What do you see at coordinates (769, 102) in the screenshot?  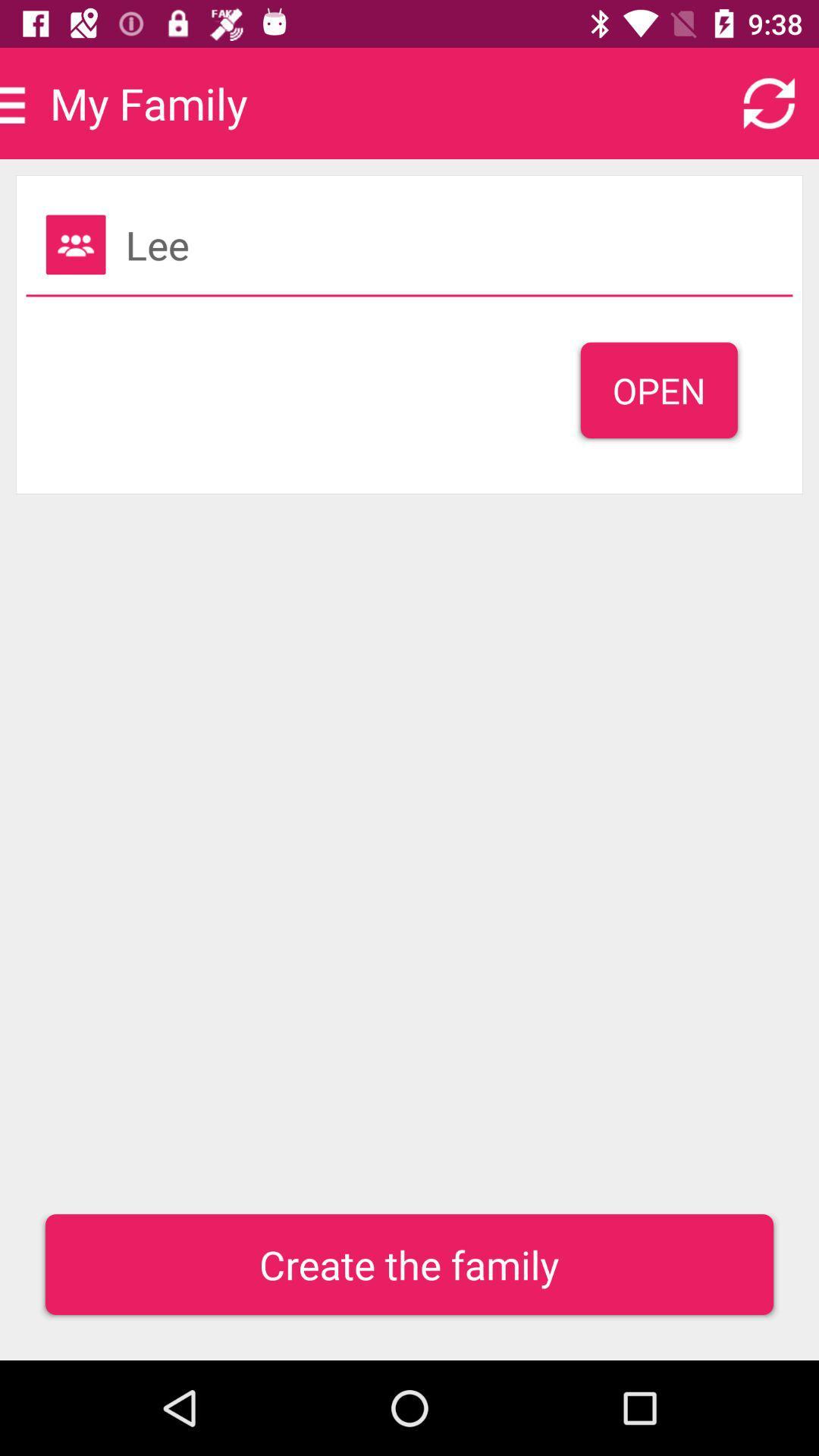 I see `reload` at bounding box center [769, 102].